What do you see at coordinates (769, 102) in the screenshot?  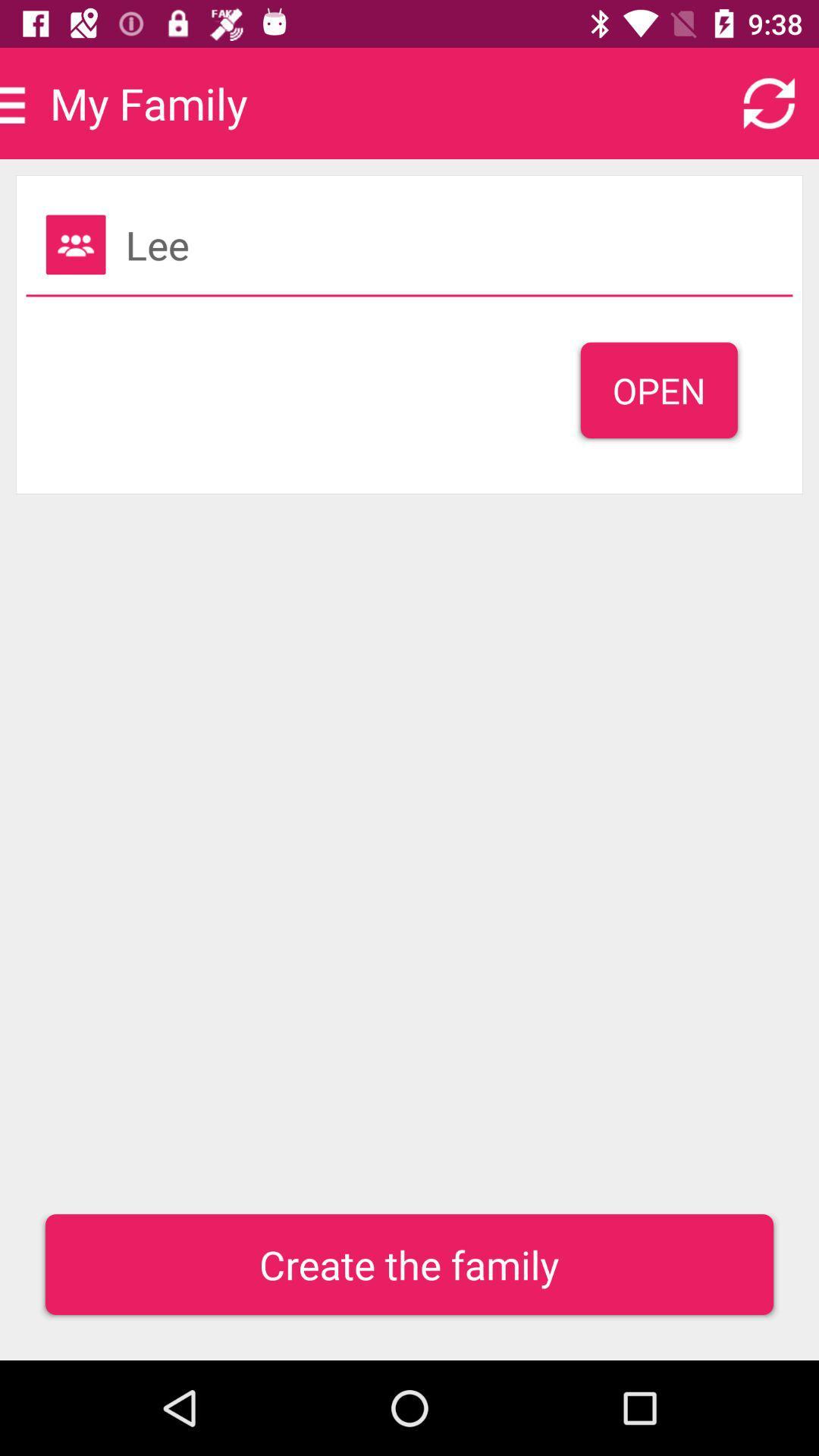 I see `reload` at bounding box center [769, 102].